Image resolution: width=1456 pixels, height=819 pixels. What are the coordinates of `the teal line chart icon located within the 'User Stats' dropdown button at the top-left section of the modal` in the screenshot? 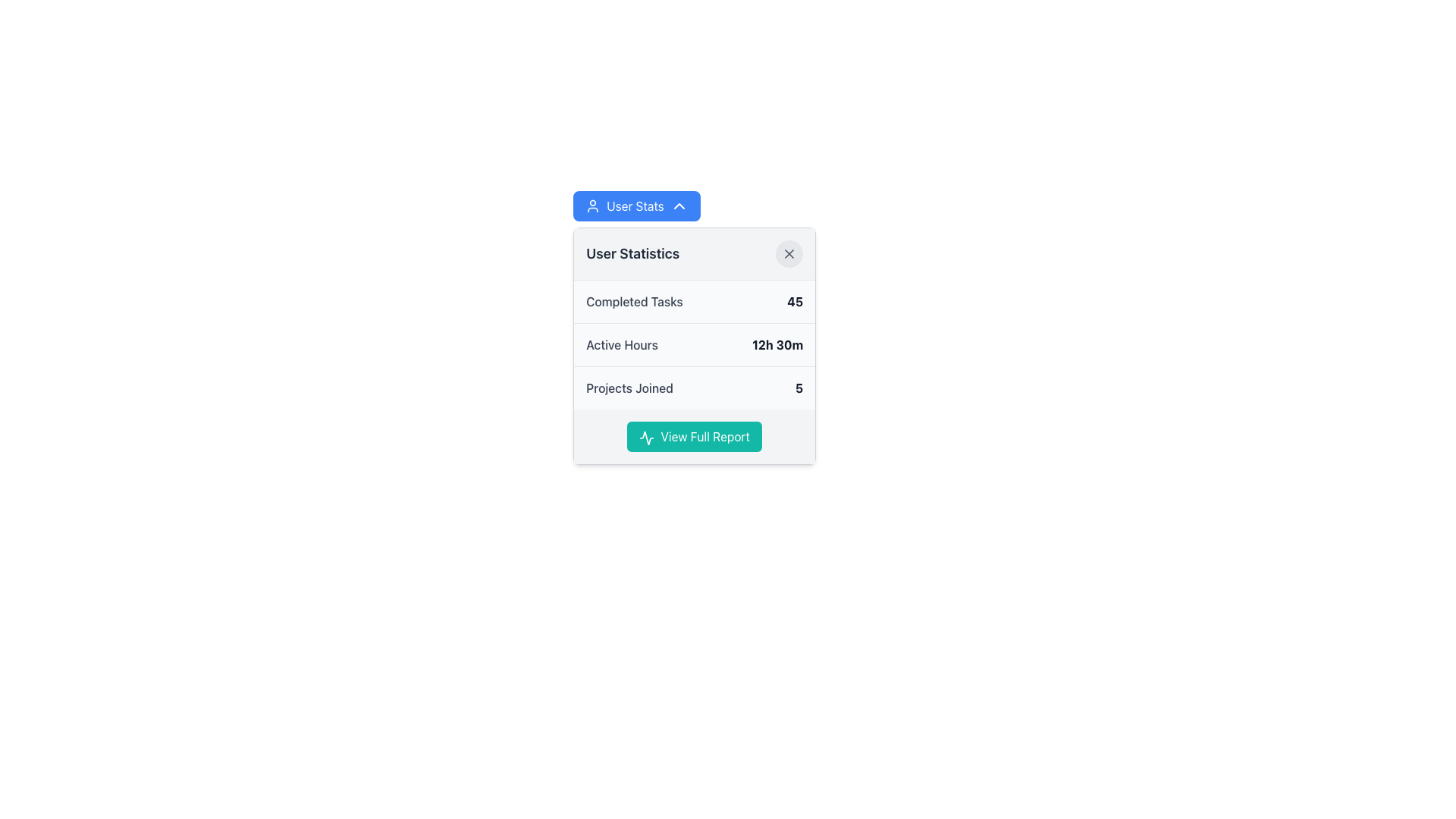 It's located at (647, 438).